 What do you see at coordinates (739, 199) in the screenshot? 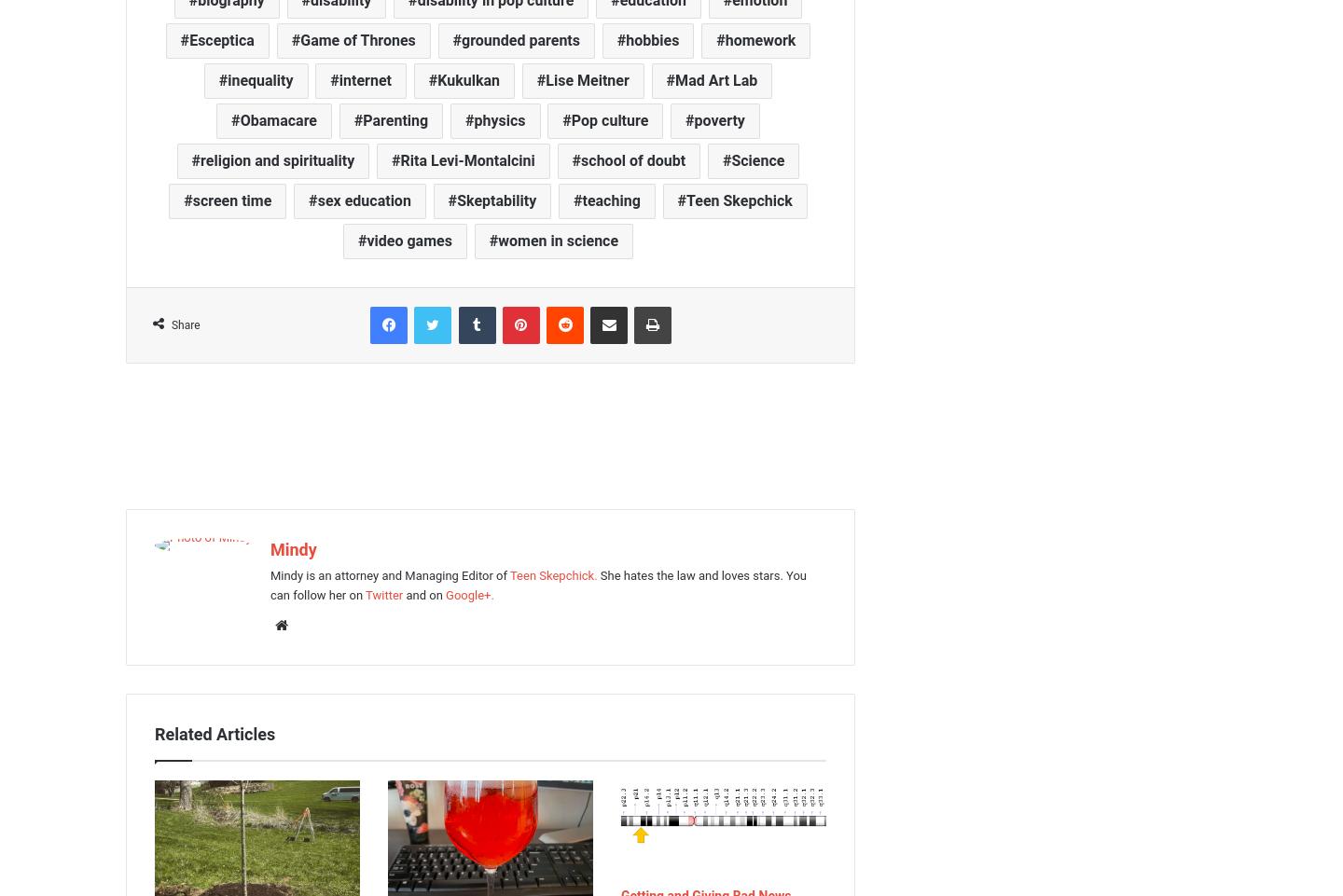
I see `'Teen Skepchick'` at bounding box center [739, 199].